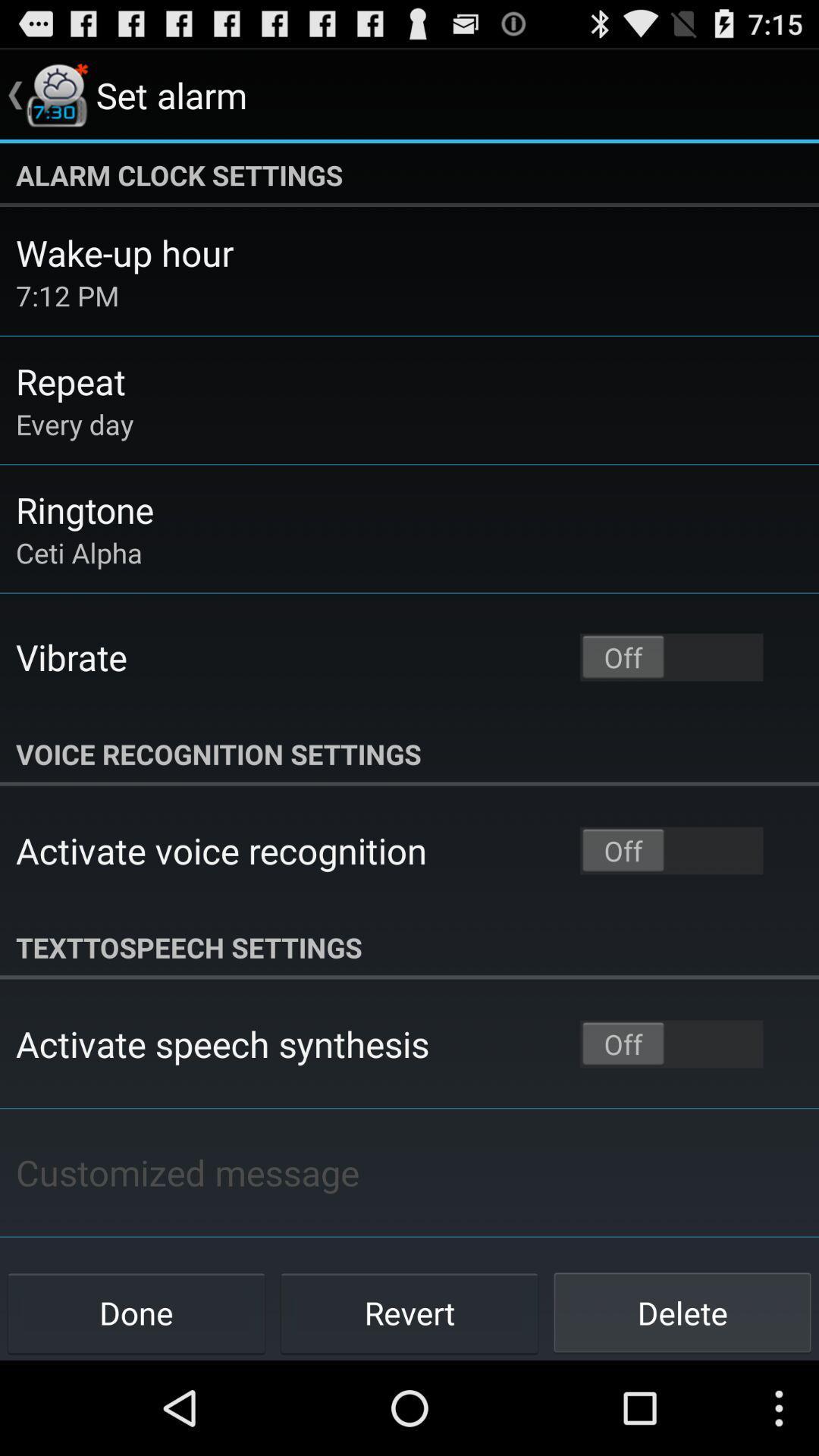  What do you see at coordinates (124, 253) in the screenshot?
I see `item above the 7:12 pm item` at bounding box center [124, 253].